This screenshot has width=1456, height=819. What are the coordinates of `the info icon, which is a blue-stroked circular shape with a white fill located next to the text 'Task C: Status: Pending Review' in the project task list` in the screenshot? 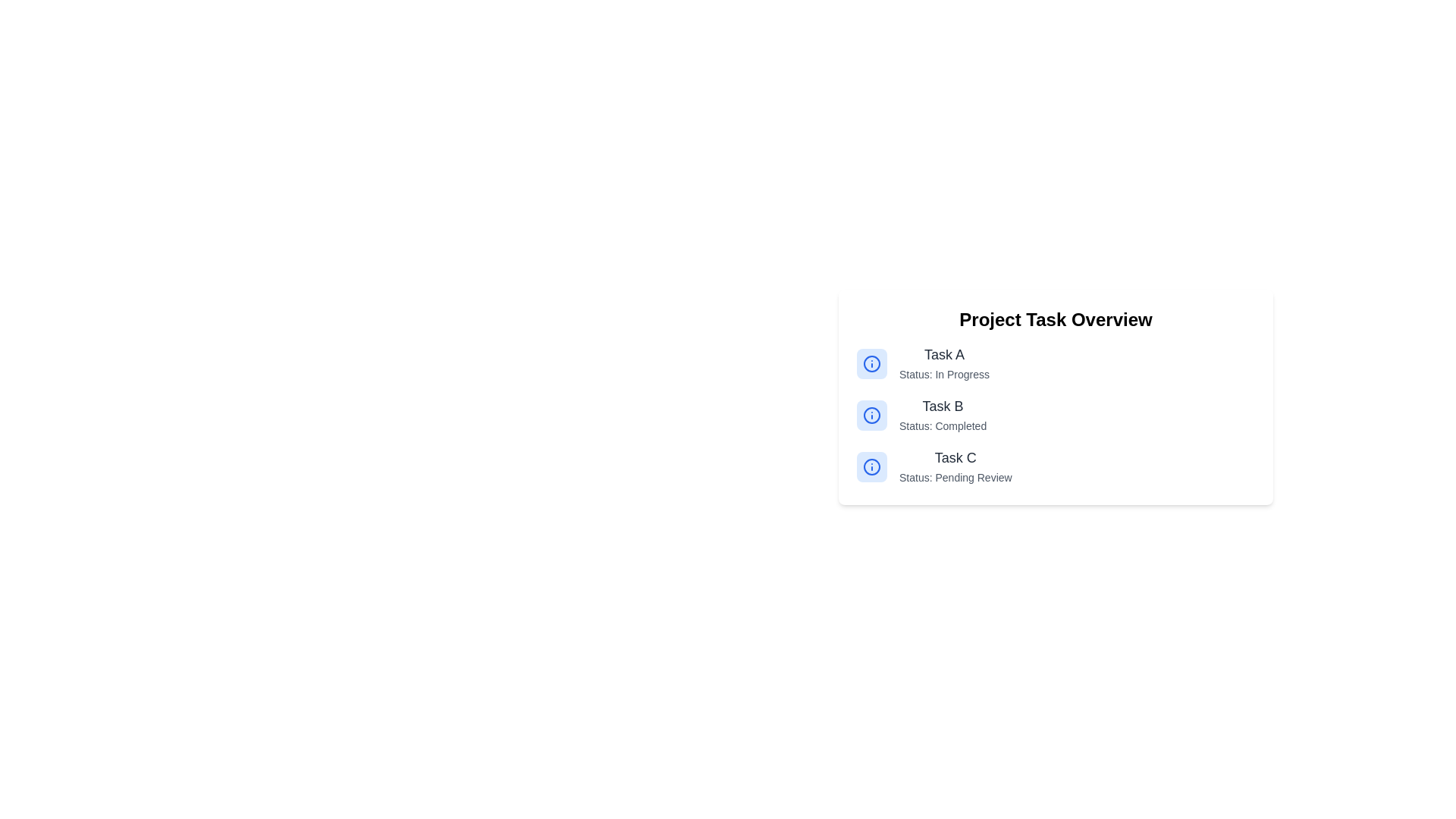 It's located at (872, 466).